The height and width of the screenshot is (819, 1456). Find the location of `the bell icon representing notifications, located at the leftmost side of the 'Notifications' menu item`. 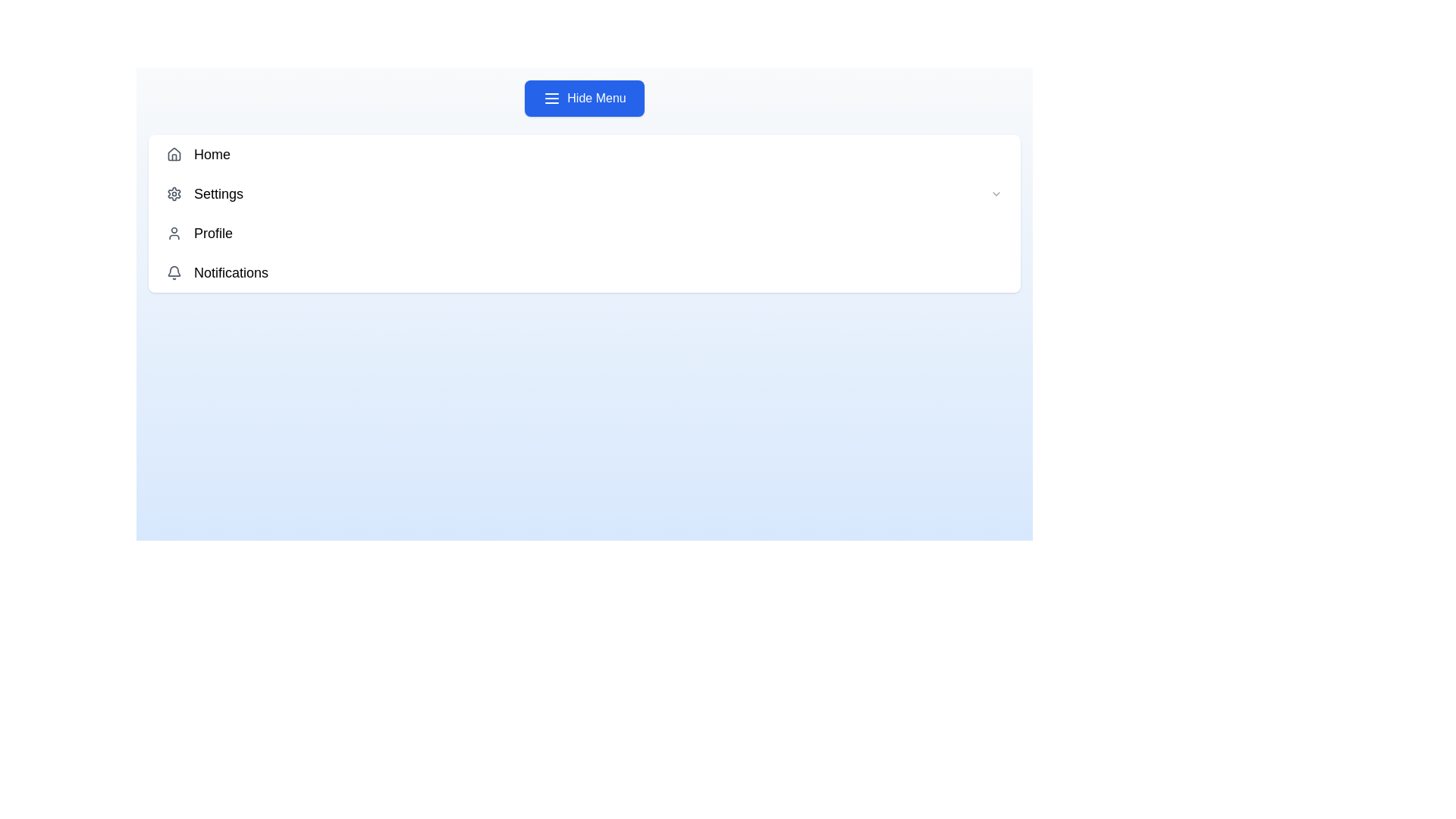

the bell icon representing notifications, located at the leftmost side of the 'Notifications' menu item is located at coordinates (174, 271).